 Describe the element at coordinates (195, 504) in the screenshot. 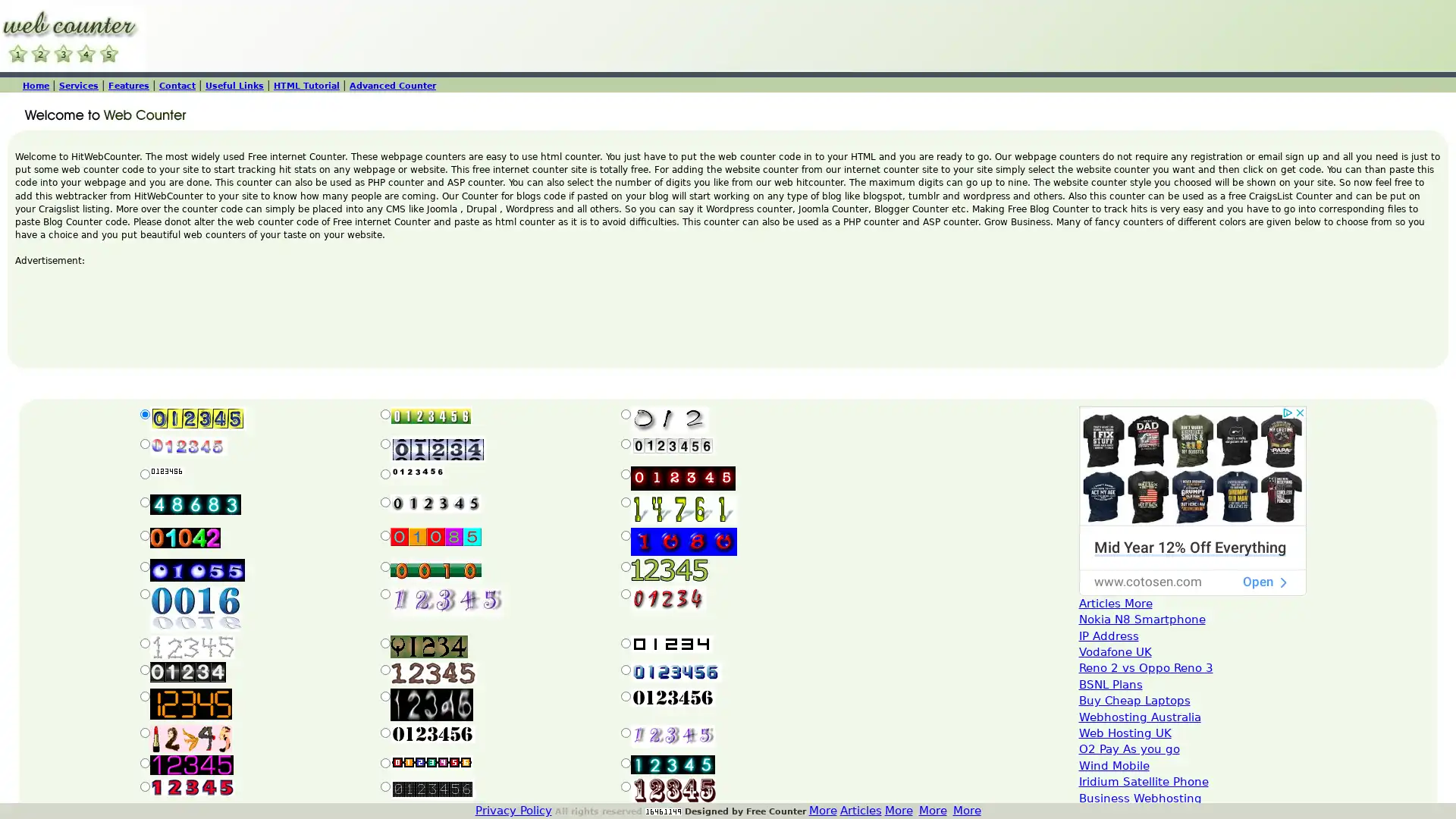

I see `Submit` at that location.